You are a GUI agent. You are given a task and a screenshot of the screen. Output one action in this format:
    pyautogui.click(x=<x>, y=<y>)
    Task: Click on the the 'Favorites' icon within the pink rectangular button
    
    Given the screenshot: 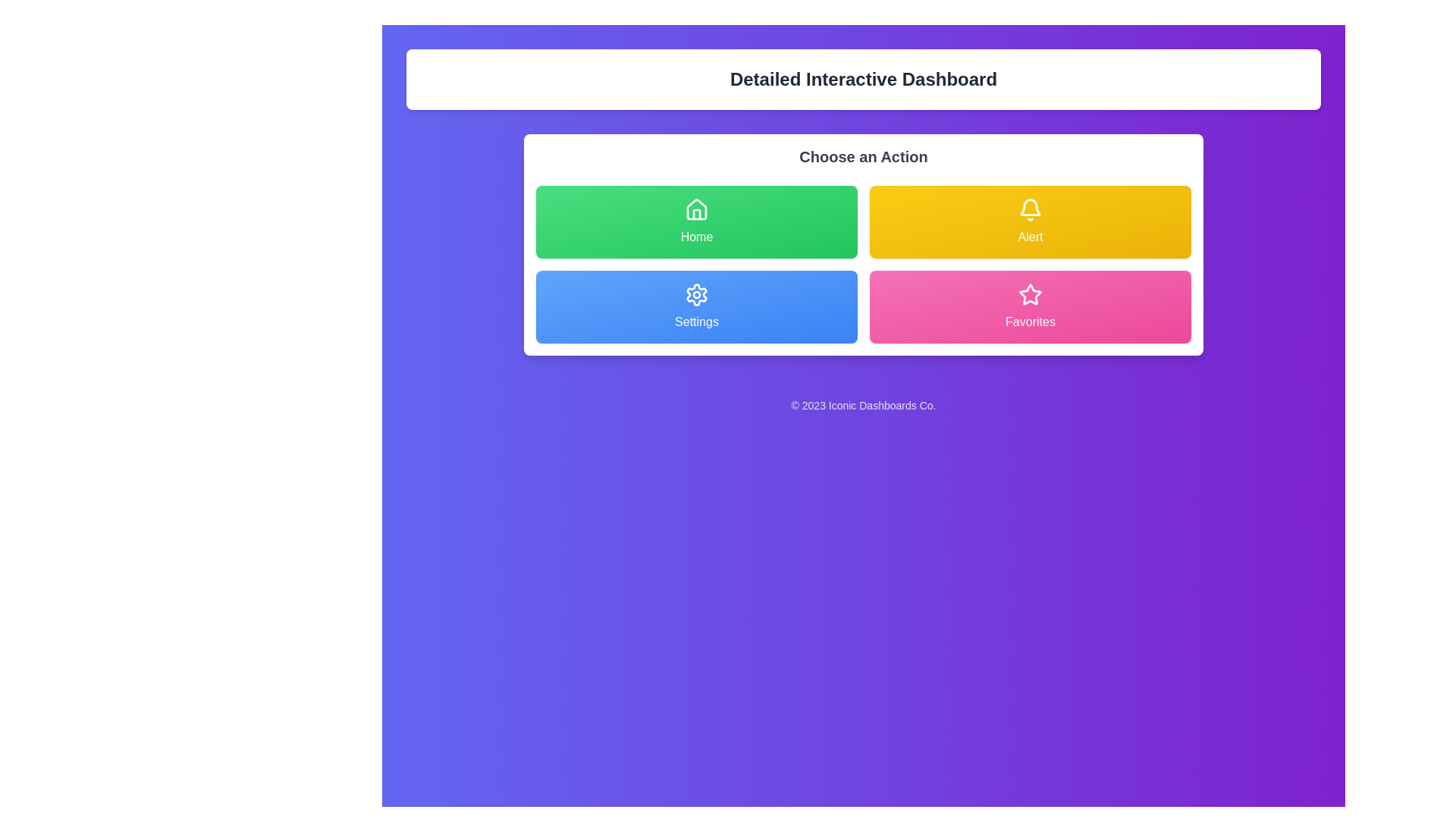 What is the action you would take?
    pyautogui.click(x=1030, y=295)
    